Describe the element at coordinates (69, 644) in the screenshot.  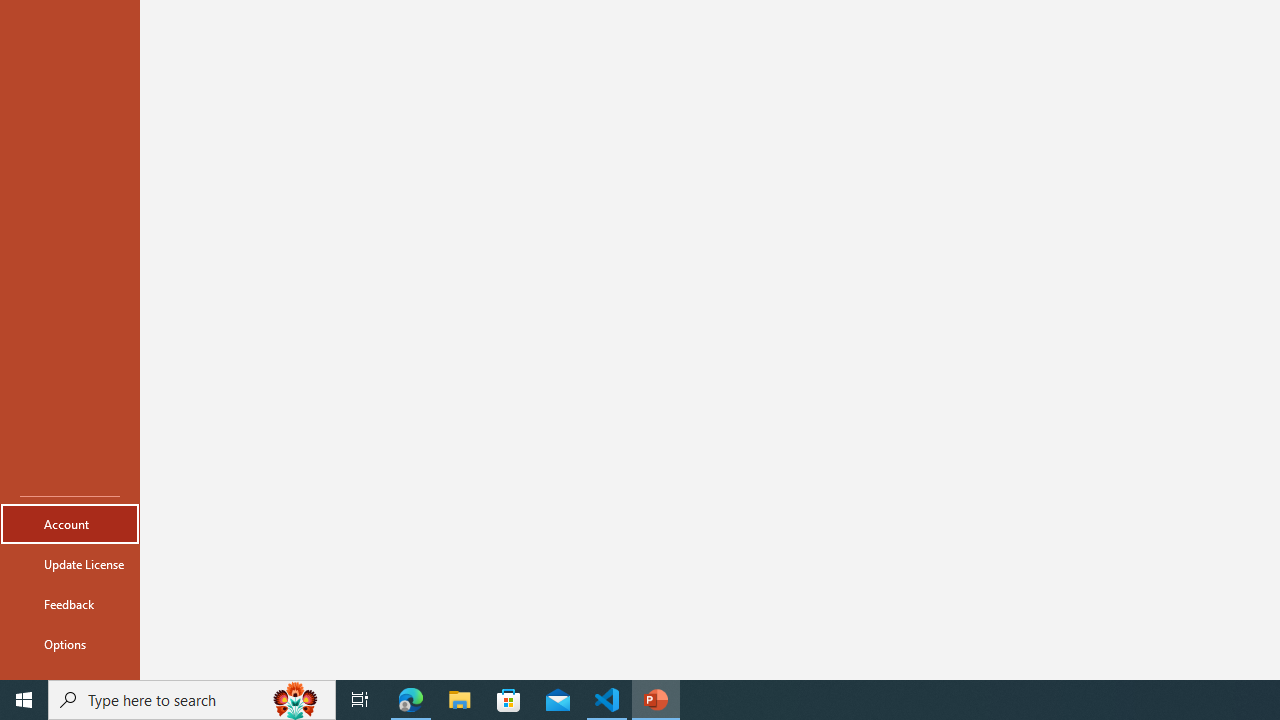
I see `'Options'` at that location.